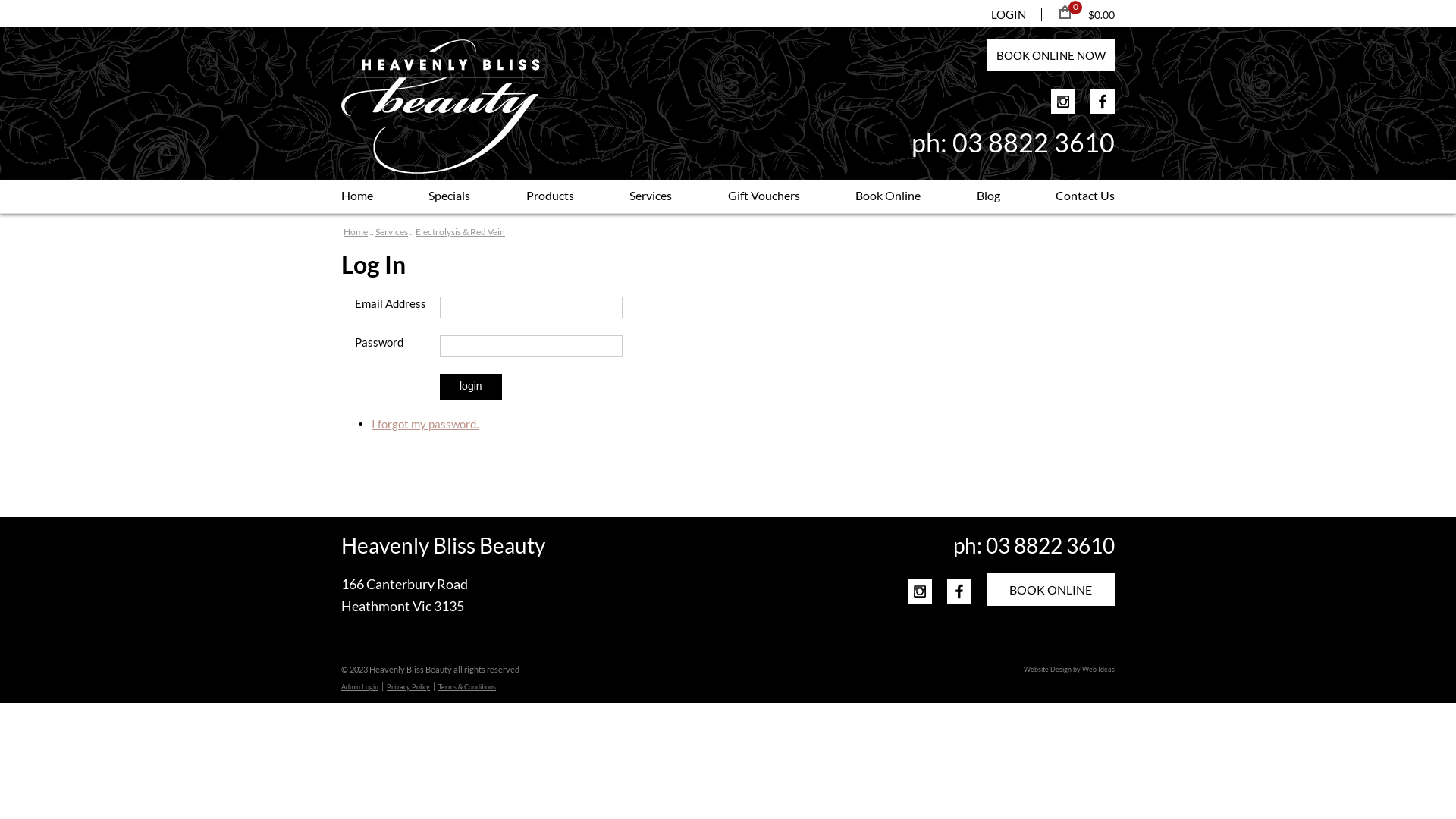 The image size is (1456, 819). I want to click on 'Gift Vouchers', so click(728, 196).